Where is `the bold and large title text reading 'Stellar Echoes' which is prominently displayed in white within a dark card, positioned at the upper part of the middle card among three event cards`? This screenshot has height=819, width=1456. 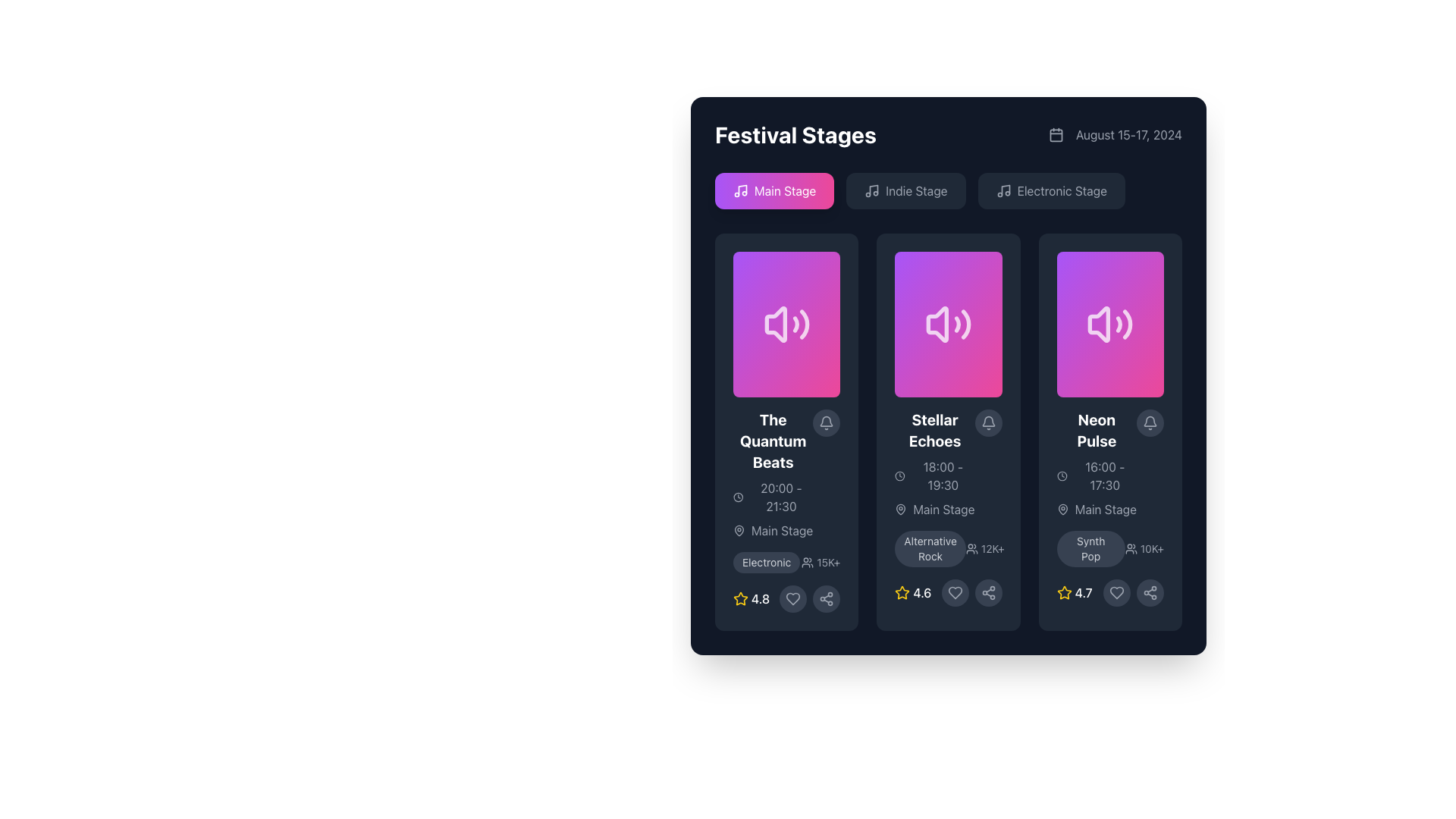 the bold and large title text reading 'Stellar Echoes' which is prominently displayed in white within a dark card, positioned at the upper part of the middle card among three event cards is located at coordinates (934, 430).